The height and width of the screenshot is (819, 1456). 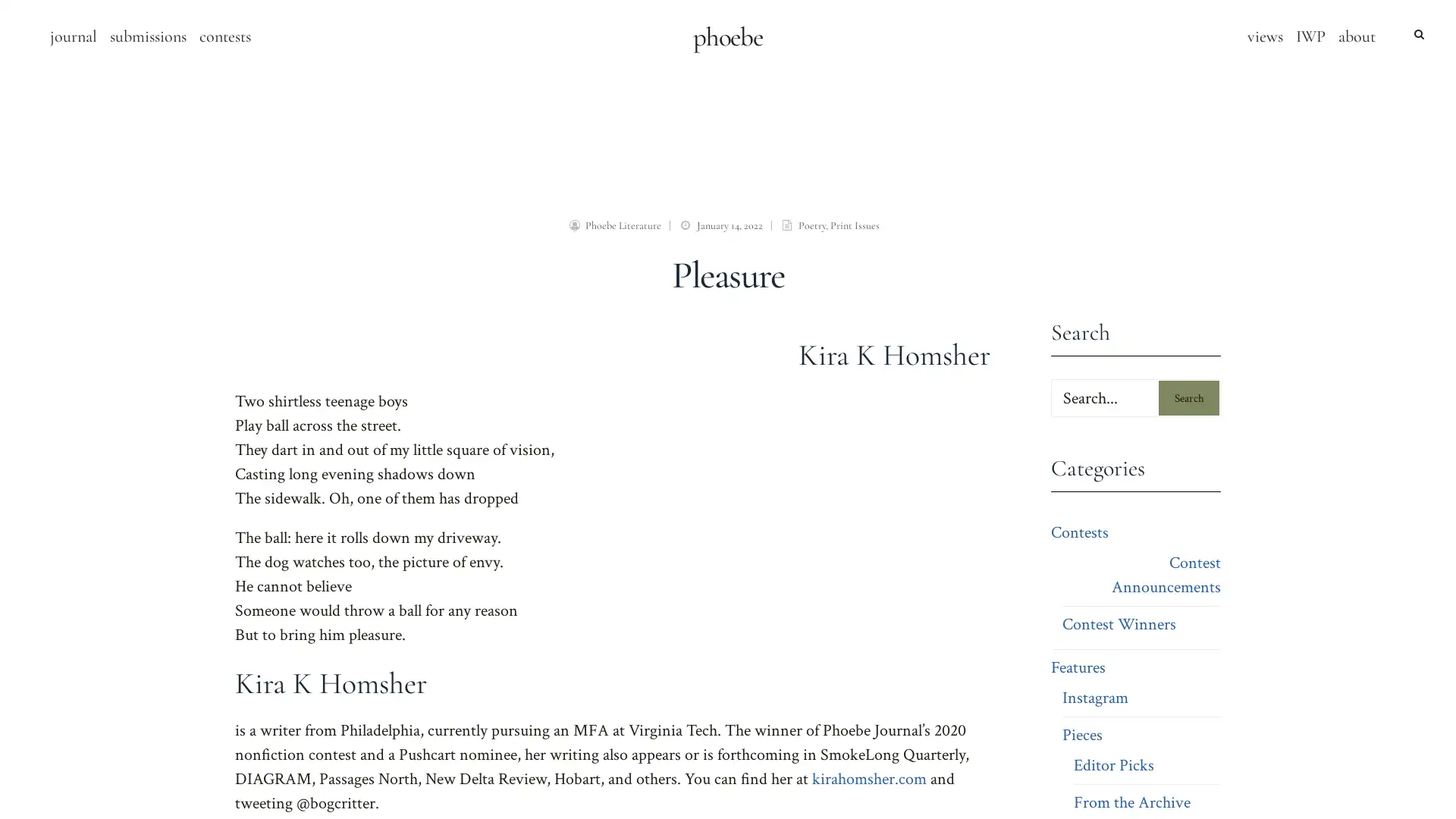 I want to click on Search, so click(x=1188, y=397).